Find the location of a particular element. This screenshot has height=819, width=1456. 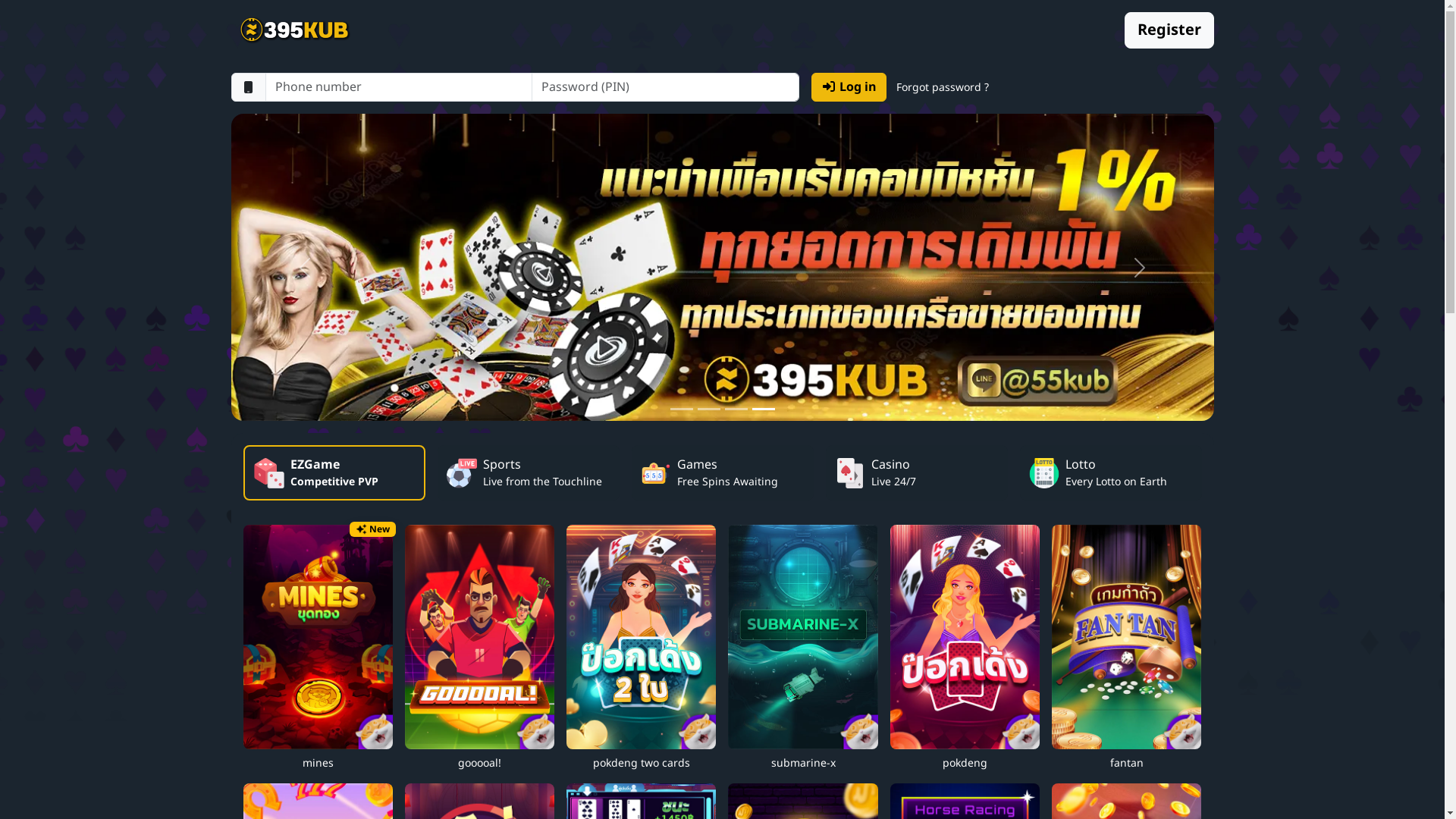

'Sports is located at coordinates (528, 472).